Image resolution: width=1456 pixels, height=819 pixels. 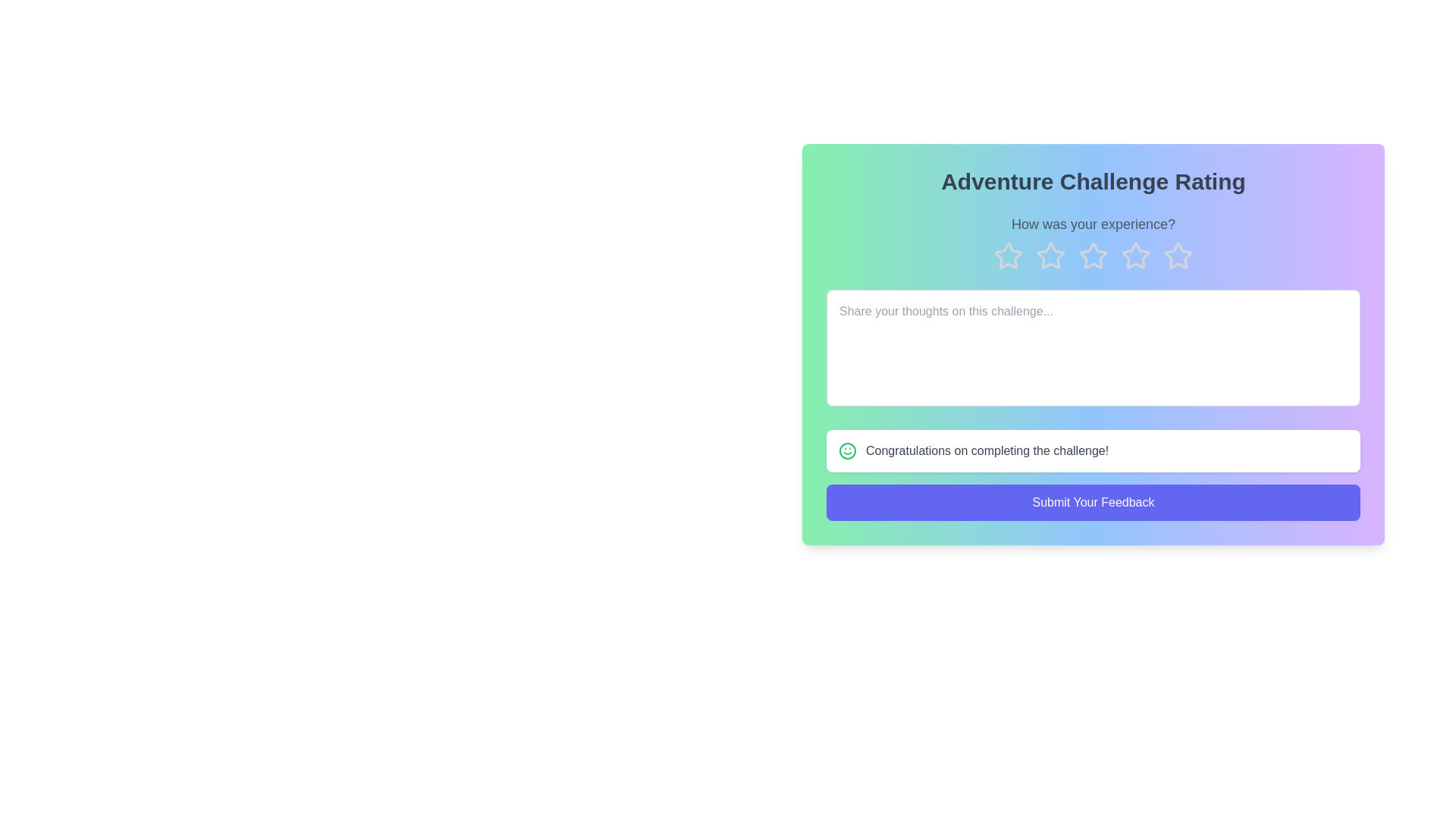 What do you see at coordinates (1008, 254) in the screenshot?
I see `the first interactive rating star icon, which is outlined in gray and located below the 'How was your experience?' title, to provide feedback` at bounding box center [1008, 254].